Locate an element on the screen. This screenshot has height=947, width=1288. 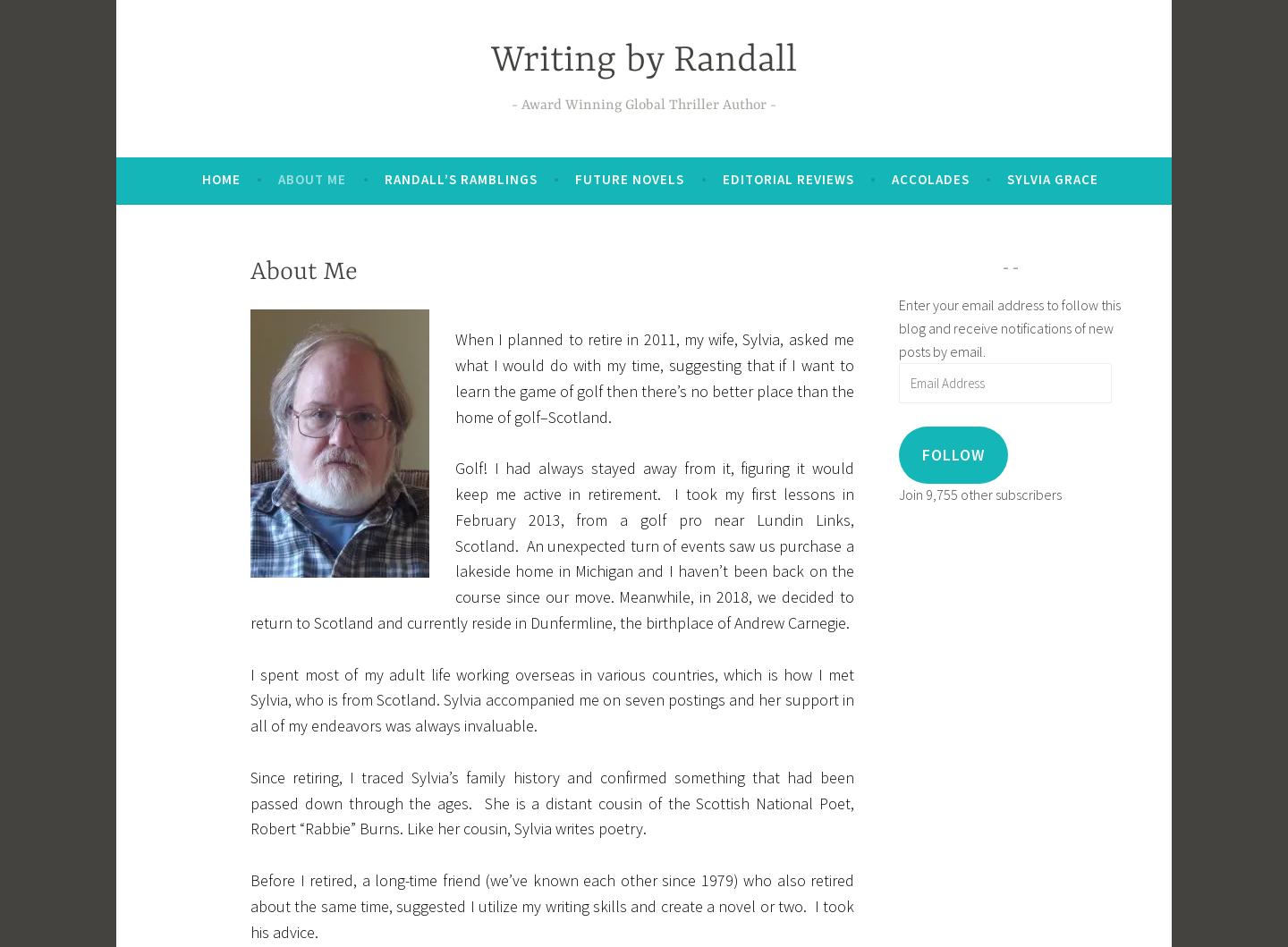
'Enter your email address to follow this blog and receive notifications of new posts by email.' is located at coordinates (897, 326).